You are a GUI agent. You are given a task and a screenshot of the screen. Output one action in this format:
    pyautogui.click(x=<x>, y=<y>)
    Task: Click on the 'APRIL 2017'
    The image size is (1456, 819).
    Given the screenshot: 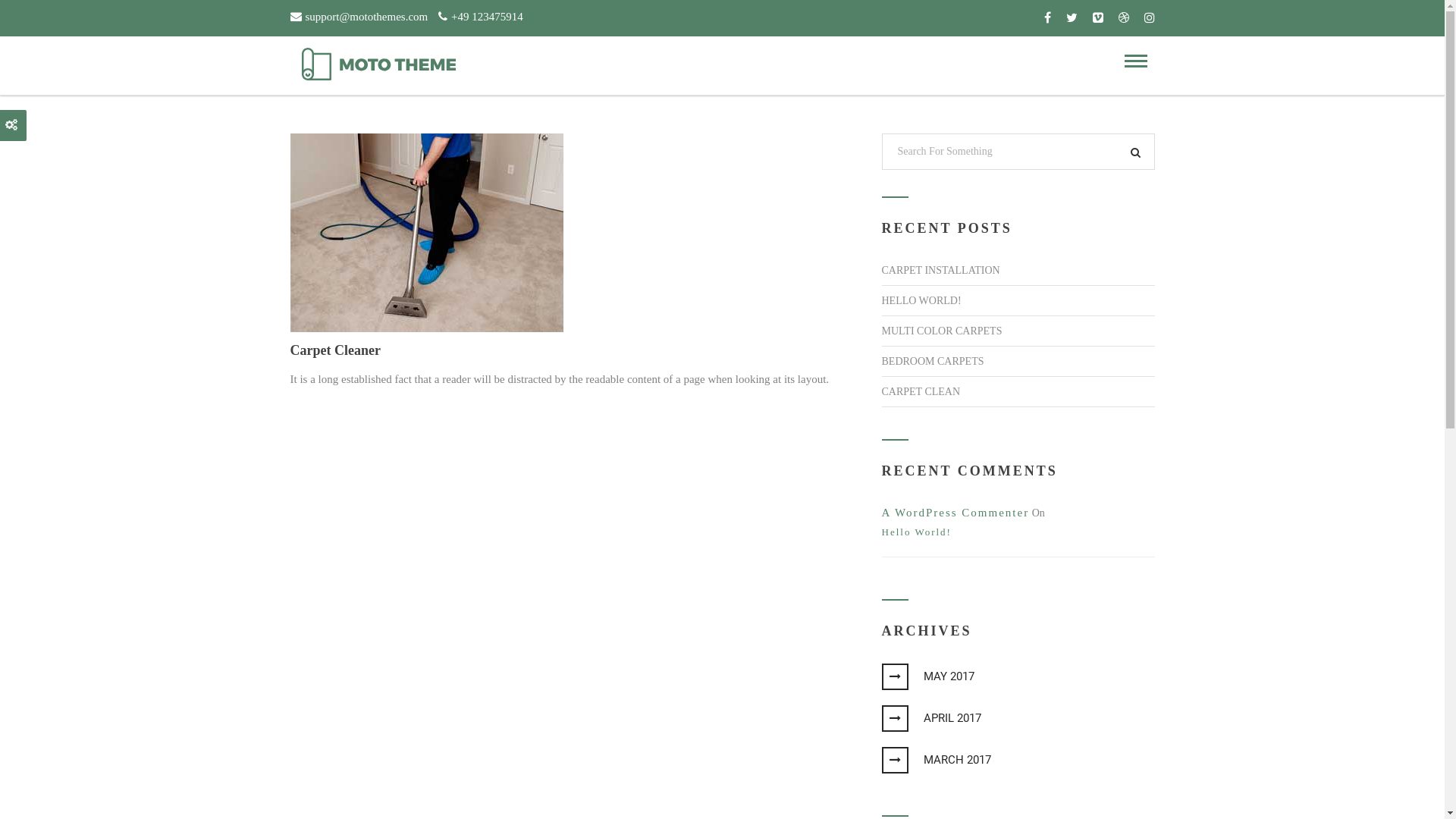 What is the action you would take?
    pyautogui.click(x=937, y=717)
    